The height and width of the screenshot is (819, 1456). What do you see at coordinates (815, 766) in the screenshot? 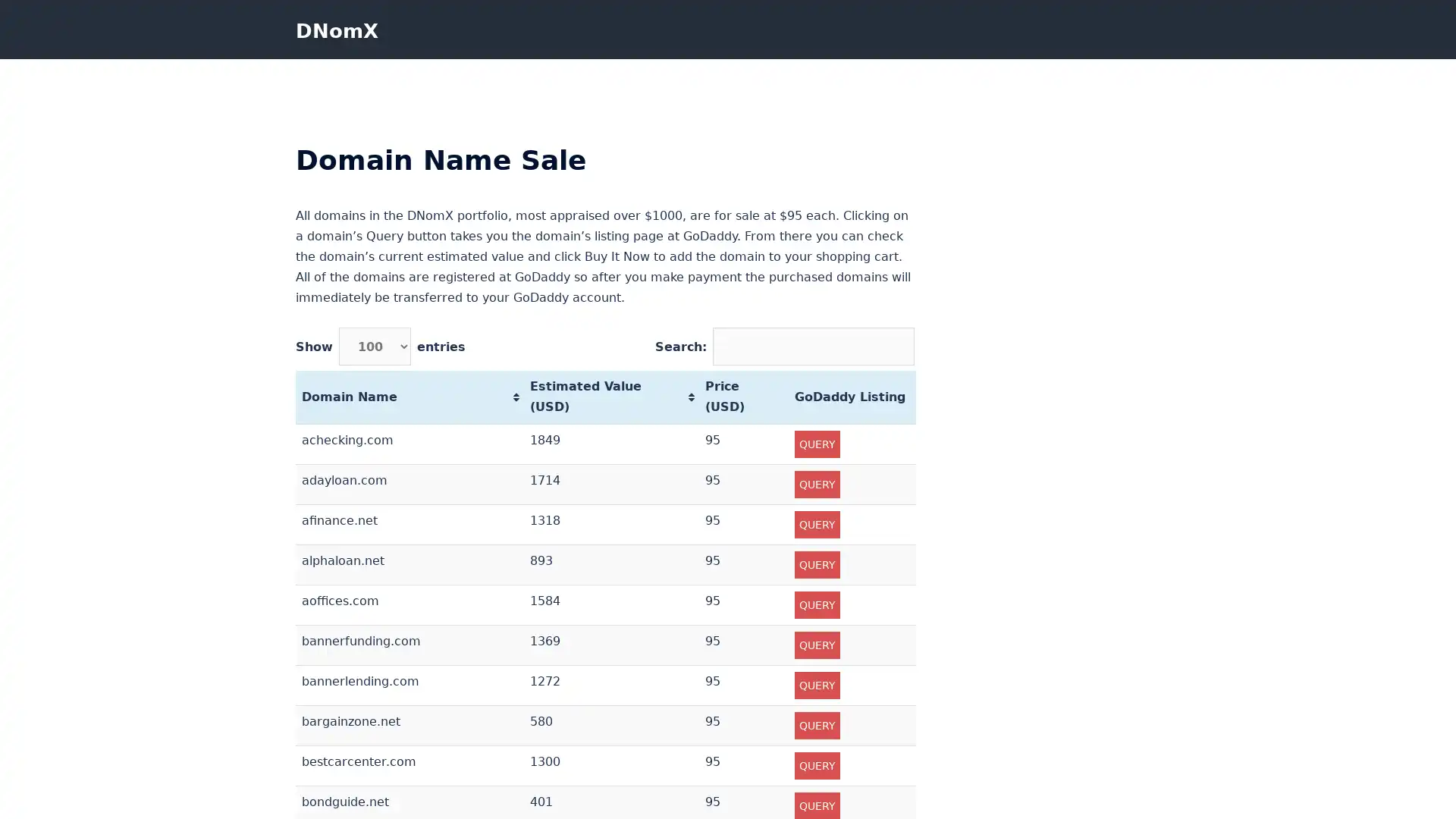
I see `QUERY` at bounding box center [815, 766].